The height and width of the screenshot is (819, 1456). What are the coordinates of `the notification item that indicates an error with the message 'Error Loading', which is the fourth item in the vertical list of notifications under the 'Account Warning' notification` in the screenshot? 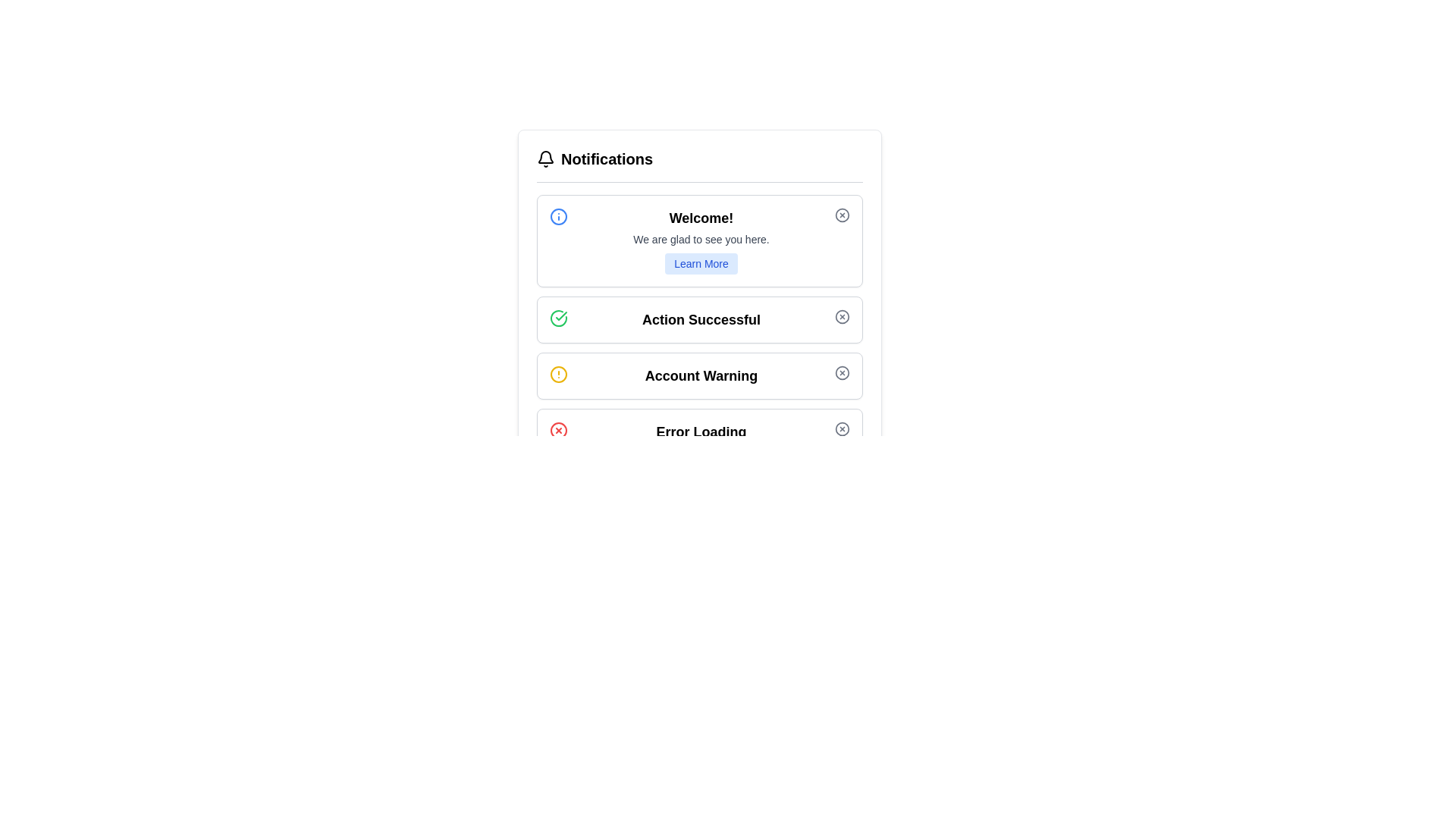 It's located at (698, 432).